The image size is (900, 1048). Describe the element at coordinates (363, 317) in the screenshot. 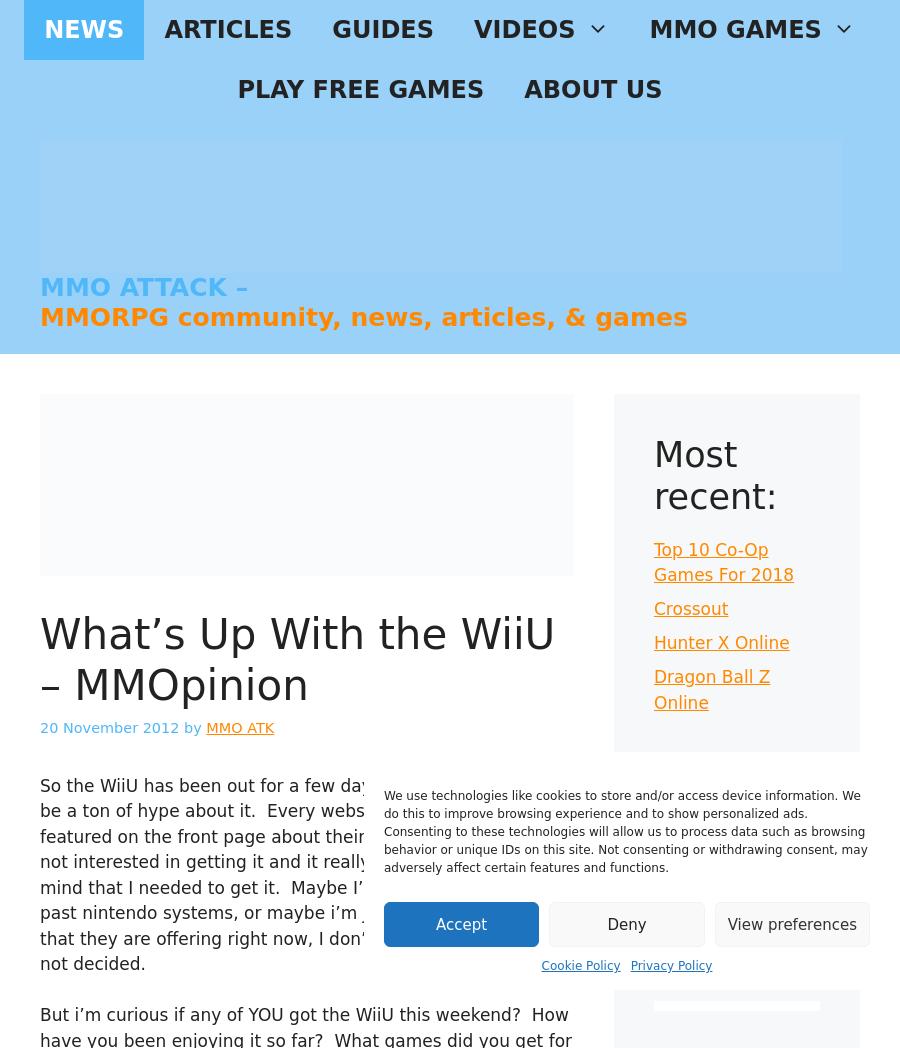

I see `'MMORPG community, news, articles, & games'` at that location.